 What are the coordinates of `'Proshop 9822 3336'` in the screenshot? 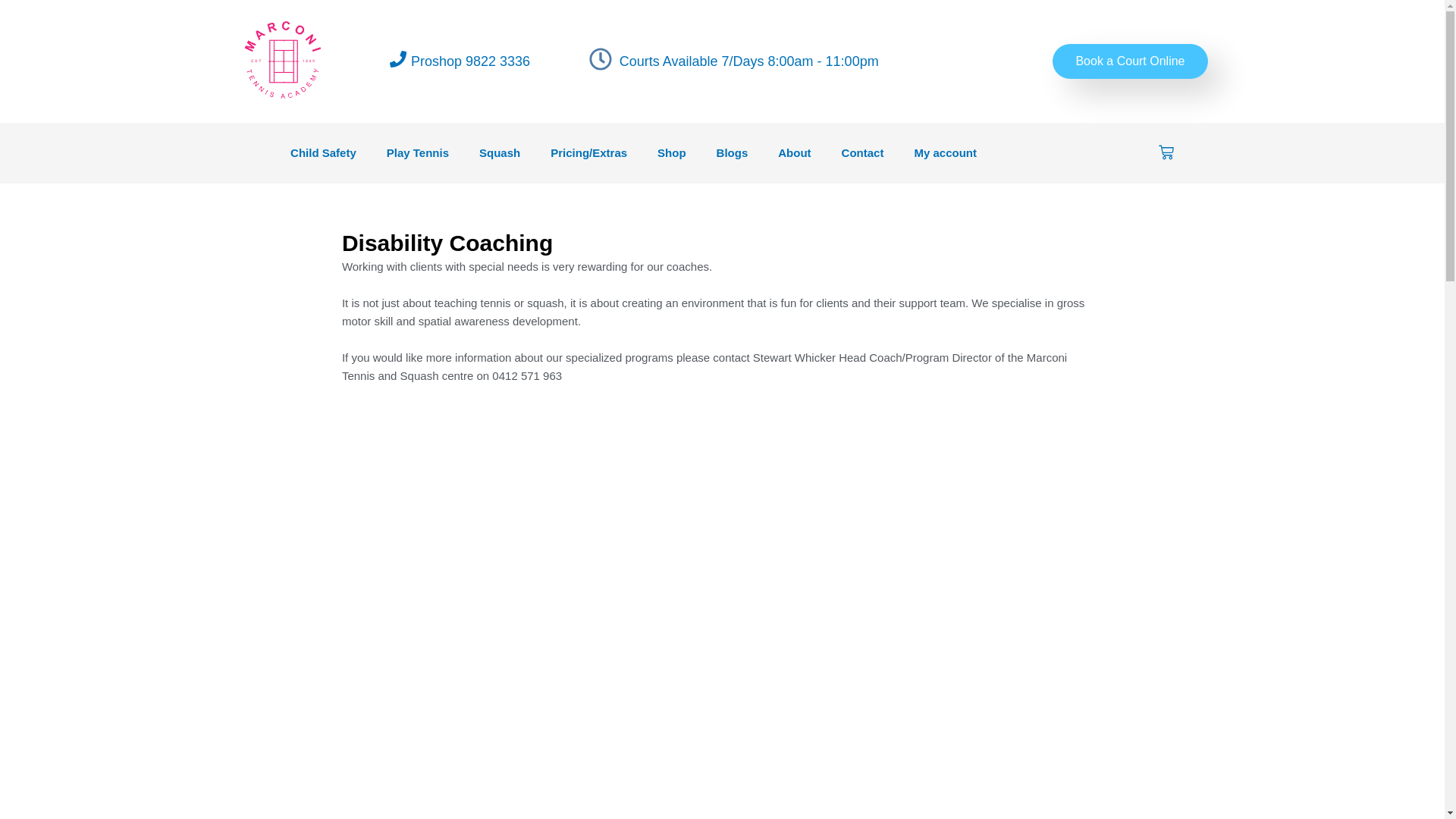 It's located at (469, 61).